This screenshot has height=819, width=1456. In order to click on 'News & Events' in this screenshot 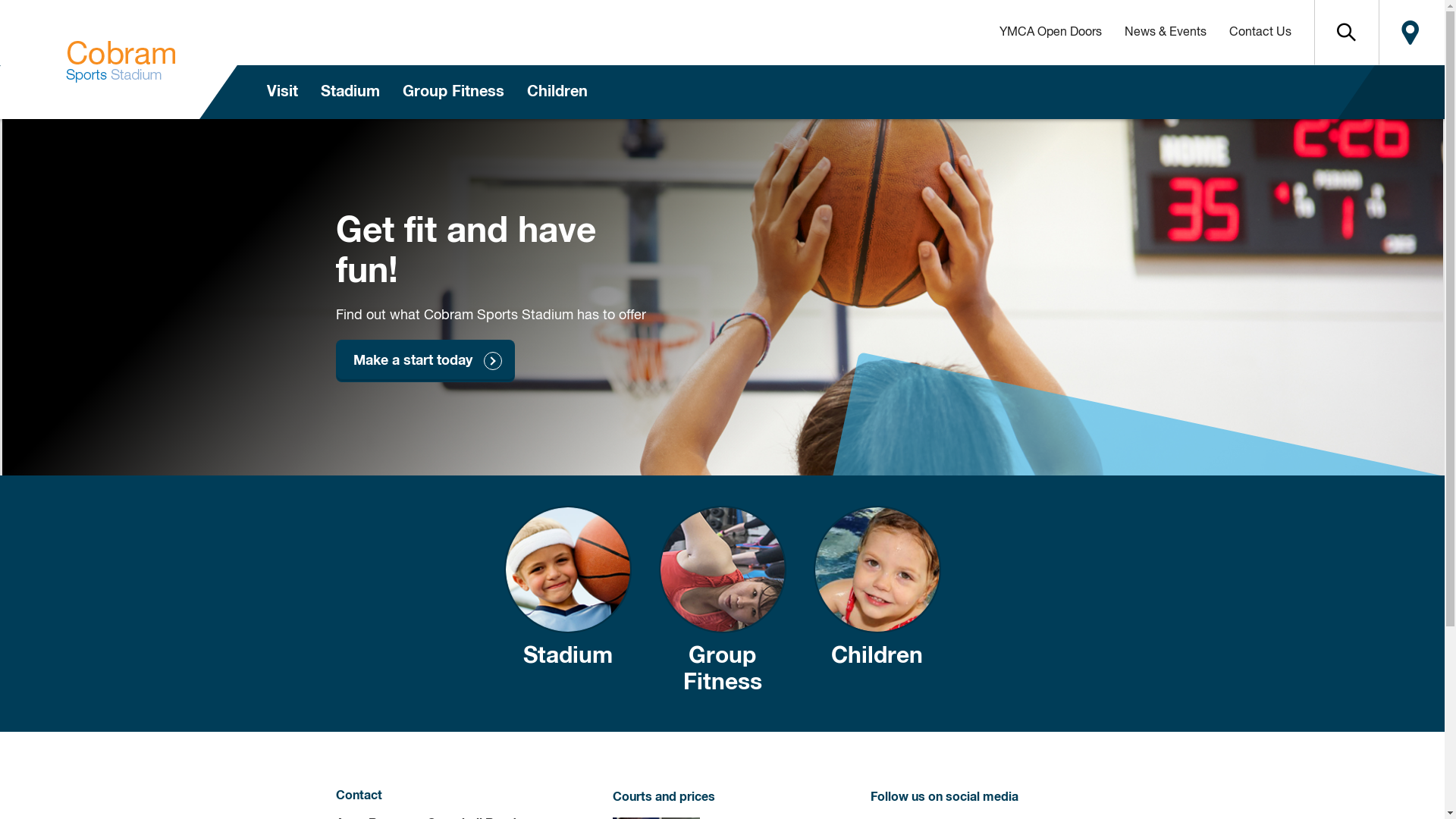, I will do `click(1113, 32)`.